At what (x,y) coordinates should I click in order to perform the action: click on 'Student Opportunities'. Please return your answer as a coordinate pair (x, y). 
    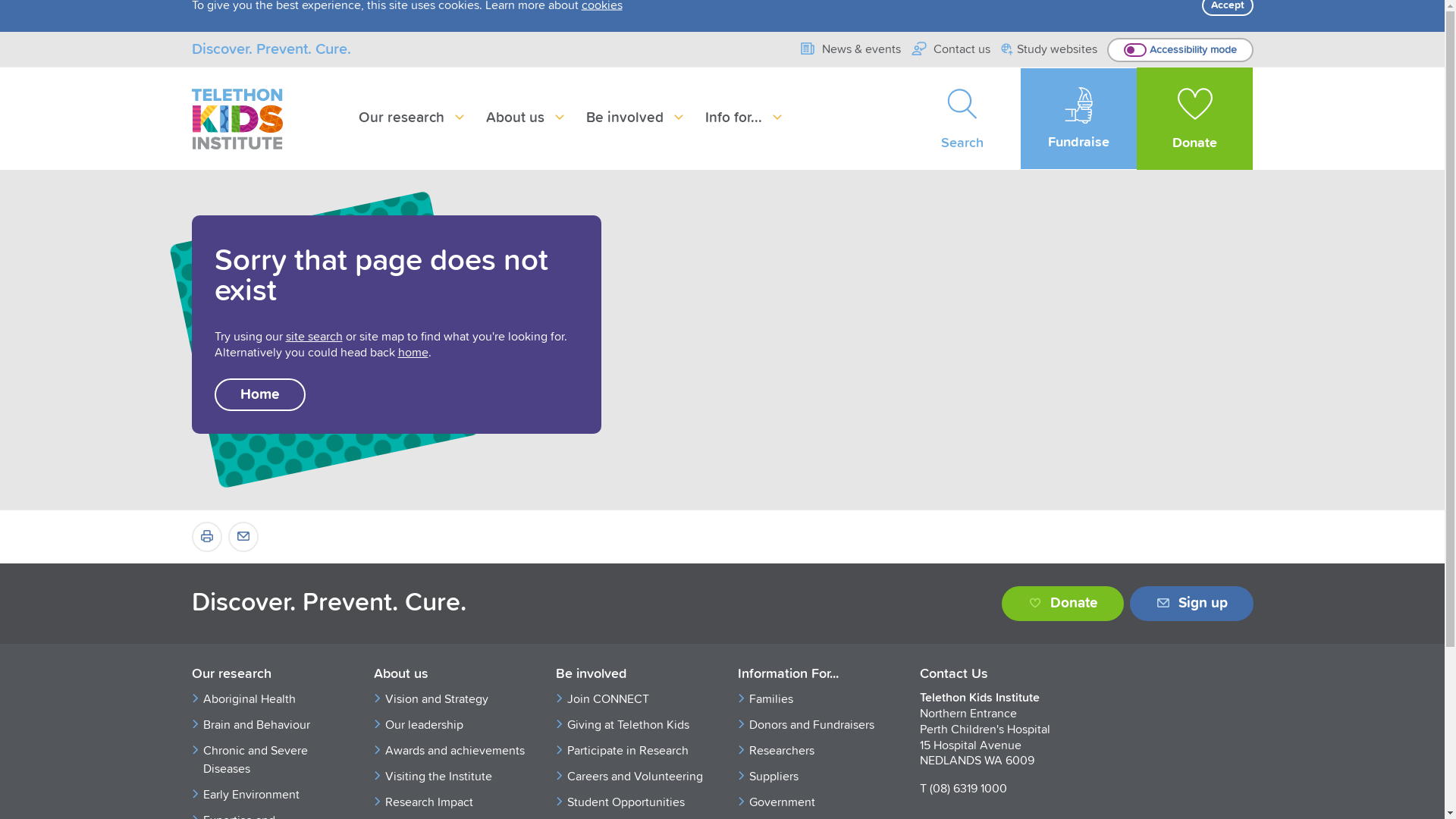
    Looking at the image, I should click on (566, 801).